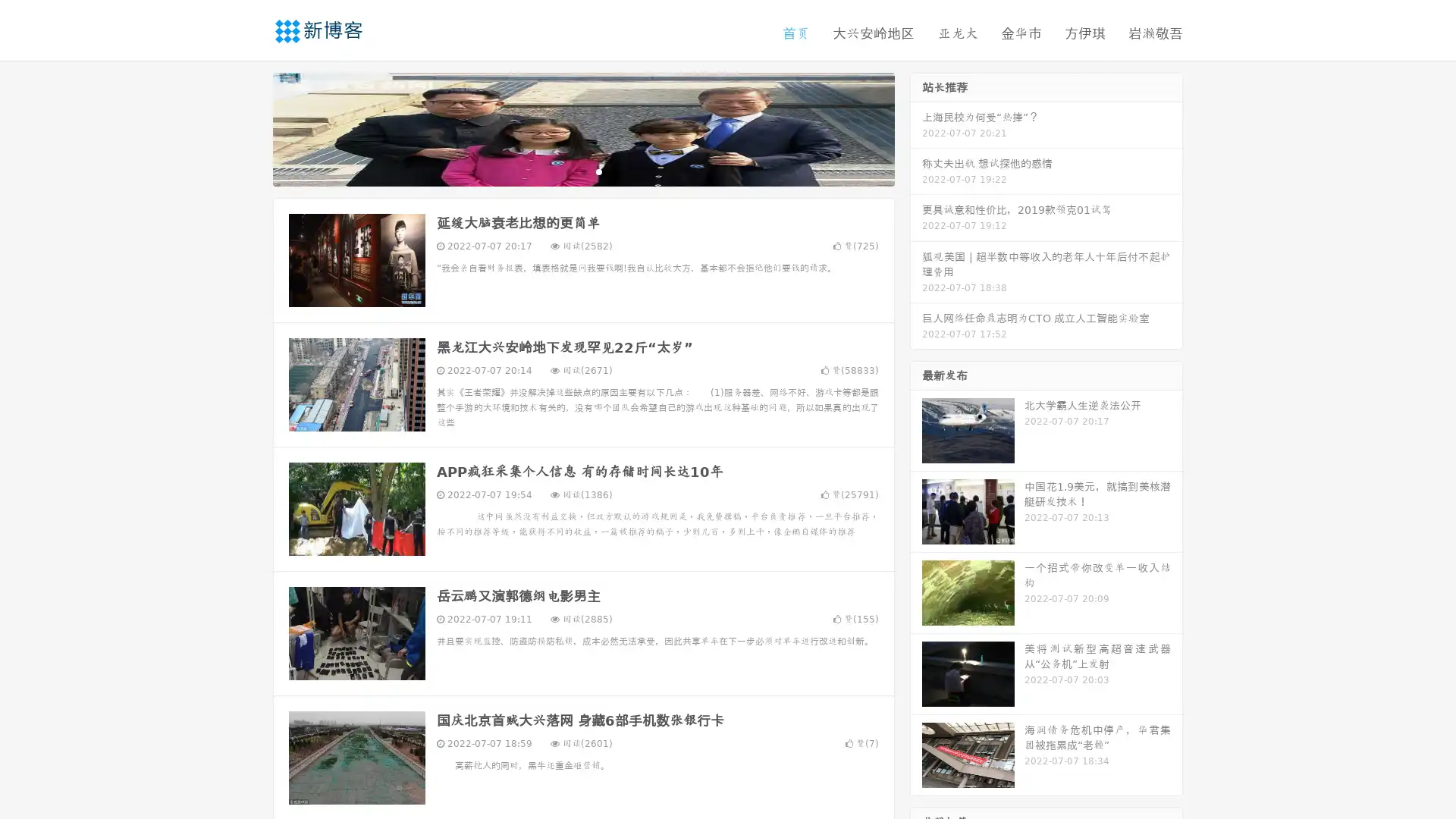 The height and width of the screenshot is (819, 1456). Describe the element at coordinates (250, 127) in the screenshot. I see `Previous slide` at that location.